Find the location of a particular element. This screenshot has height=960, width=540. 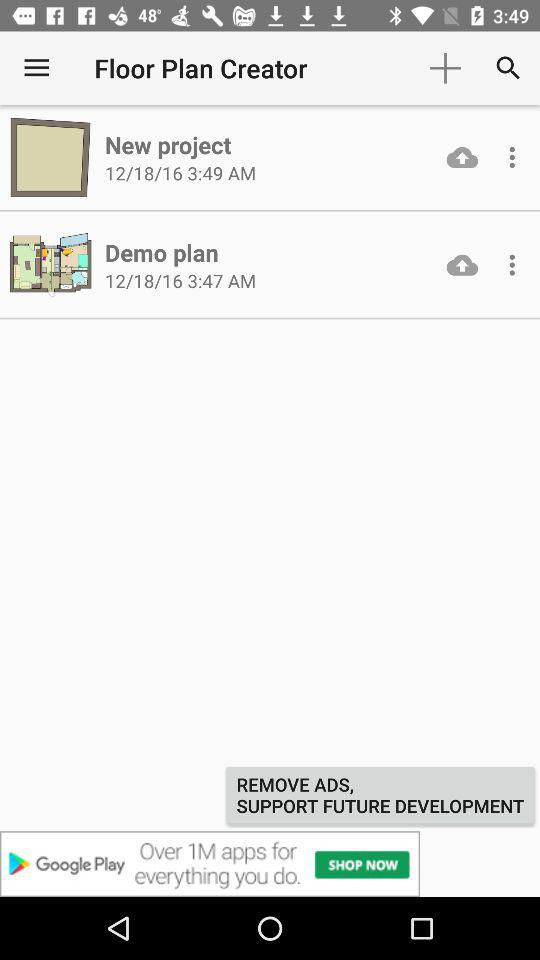

upload demo plan project is located at coordinates (462, 264).